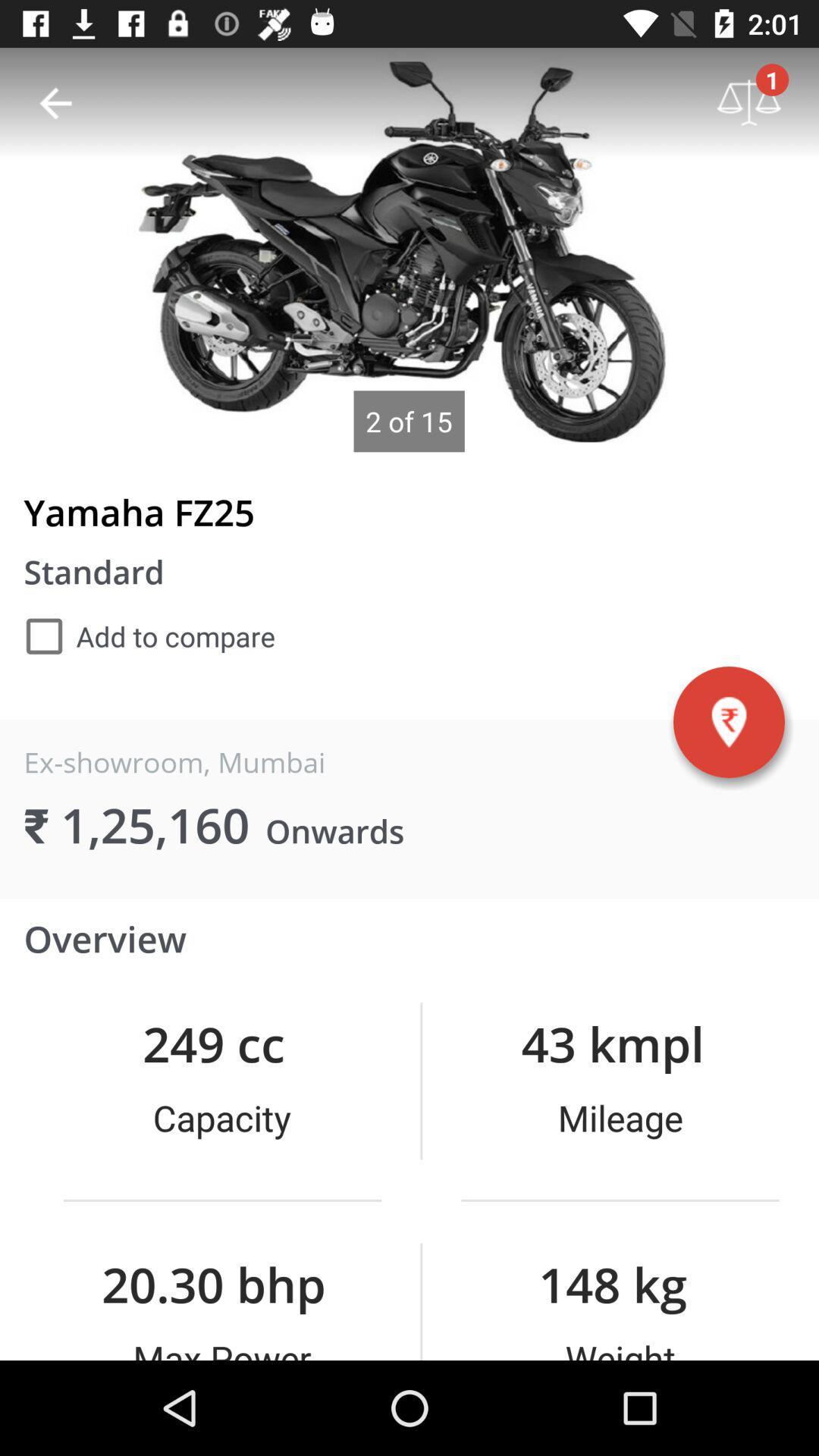 Image resolution: width=819 pixels, height=1456 pixels. I want to click on image, so click(409, 249).